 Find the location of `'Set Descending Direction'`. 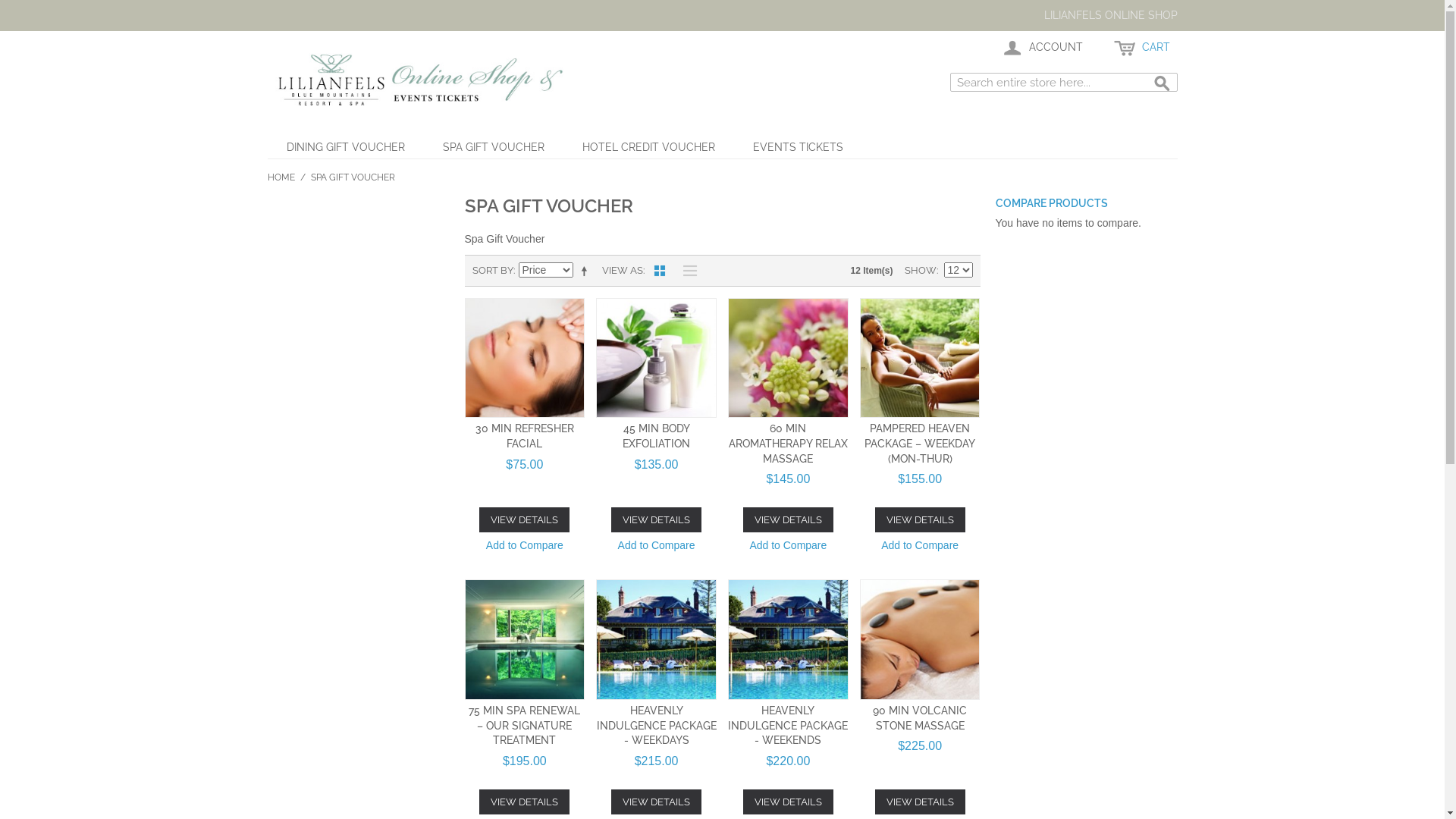

'Set Descending Direction' is located at coordinates (574, 270).